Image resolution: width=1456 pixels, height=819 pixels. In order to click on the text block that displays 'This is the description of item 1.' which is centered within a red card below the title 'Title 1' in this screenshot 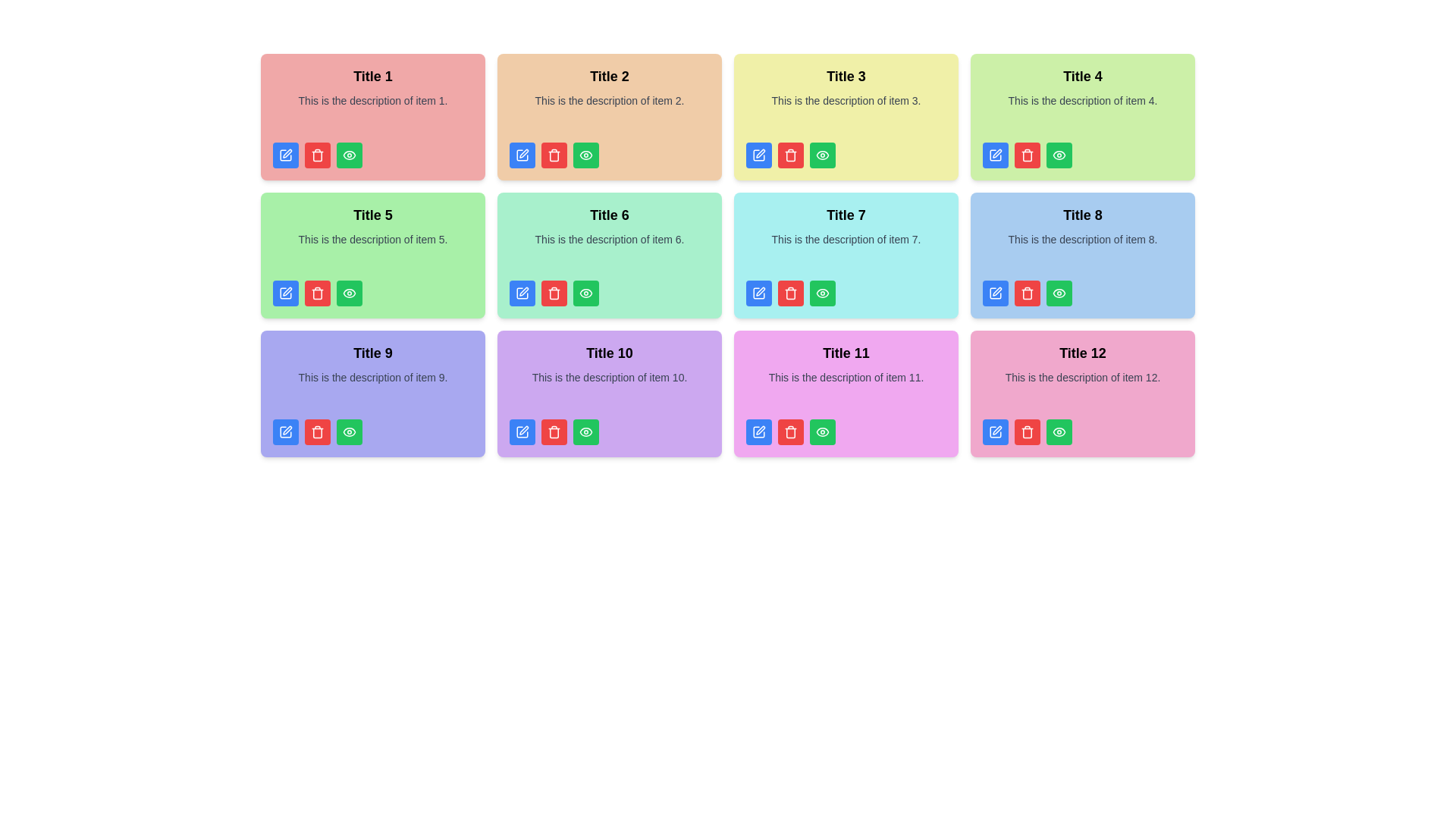, I will do `click(372, 112)`.